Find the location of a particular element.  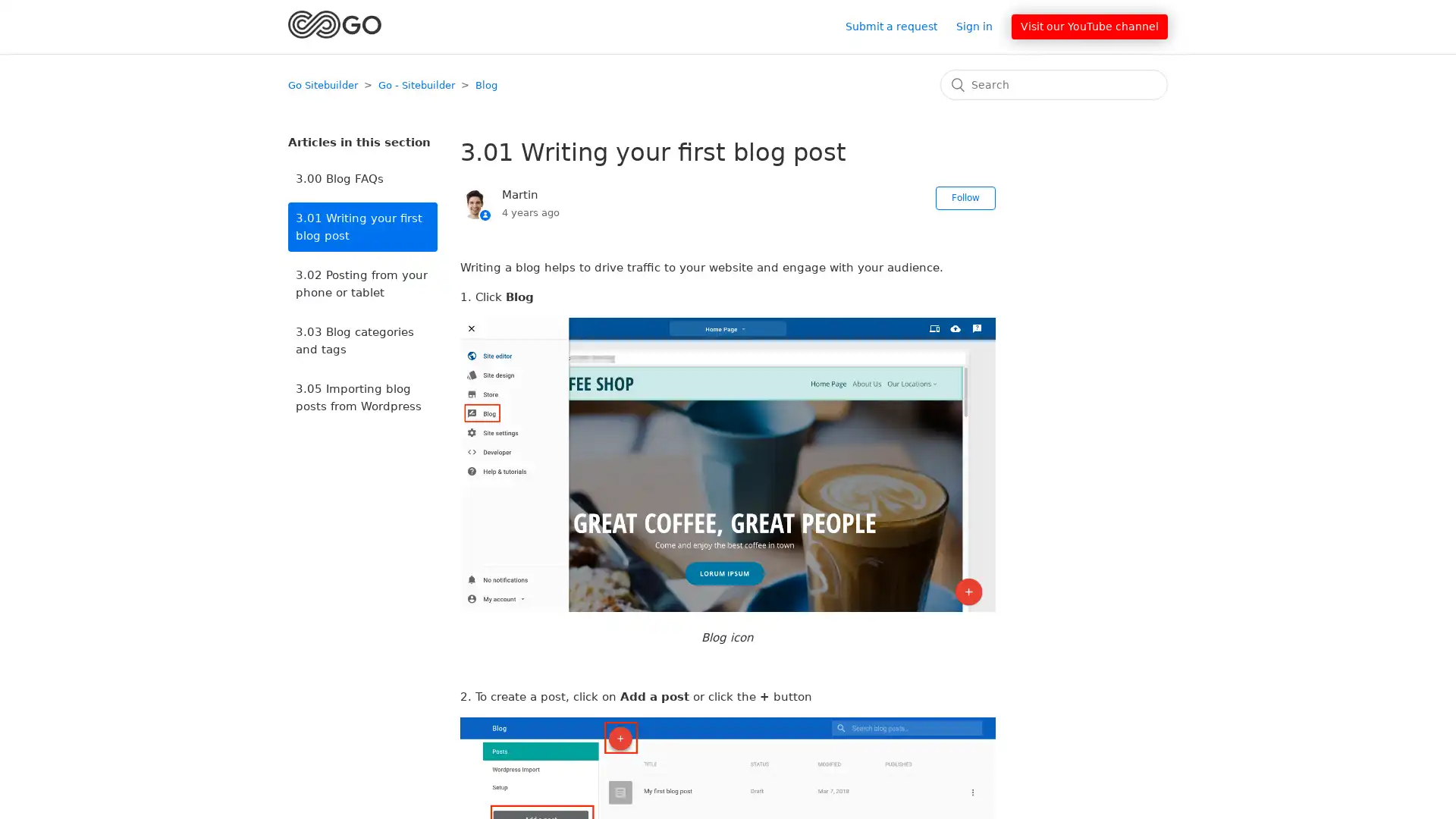

Sign in is located at coordinates (982, 26).